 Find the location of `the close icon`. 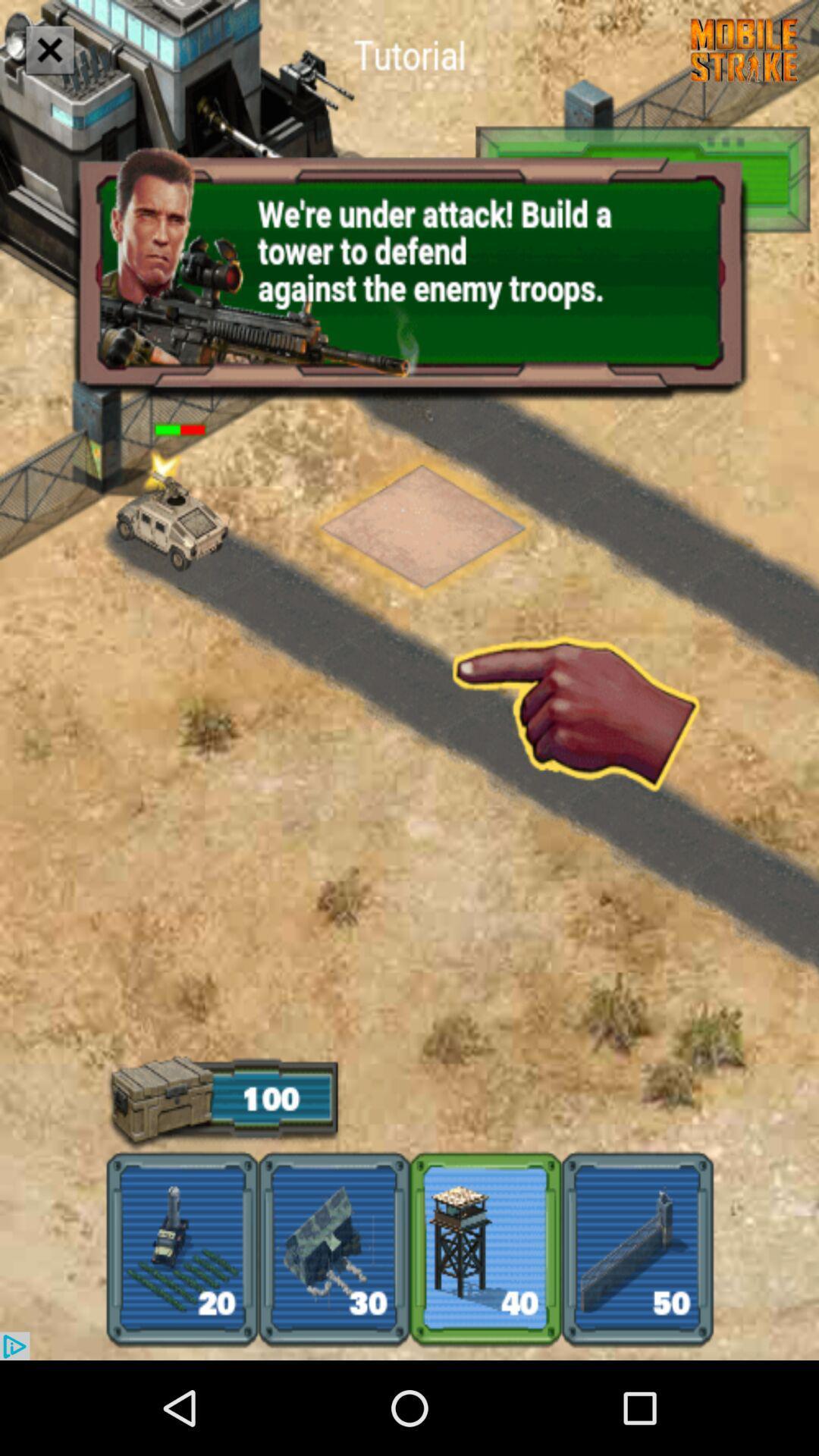

the close icon is located at coordinates (49, 53).